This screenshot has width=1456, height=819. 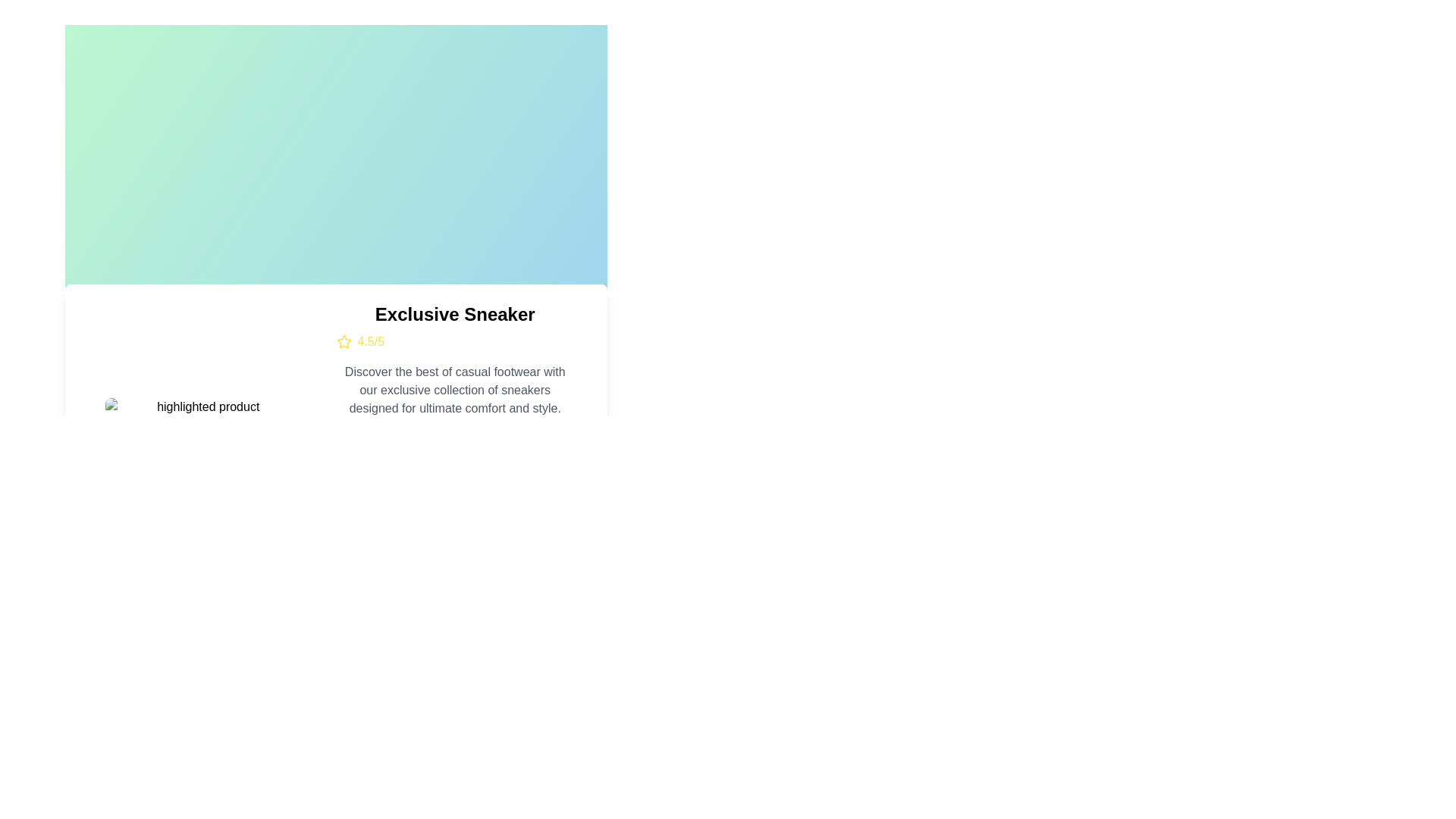 What do you see at coordinates (201, 452) in the screenshot?
I see `the button that adds an item to the shopping cart, located below the 'highlighted product' image in the e-commerce application` at bounding box center [201, 452].